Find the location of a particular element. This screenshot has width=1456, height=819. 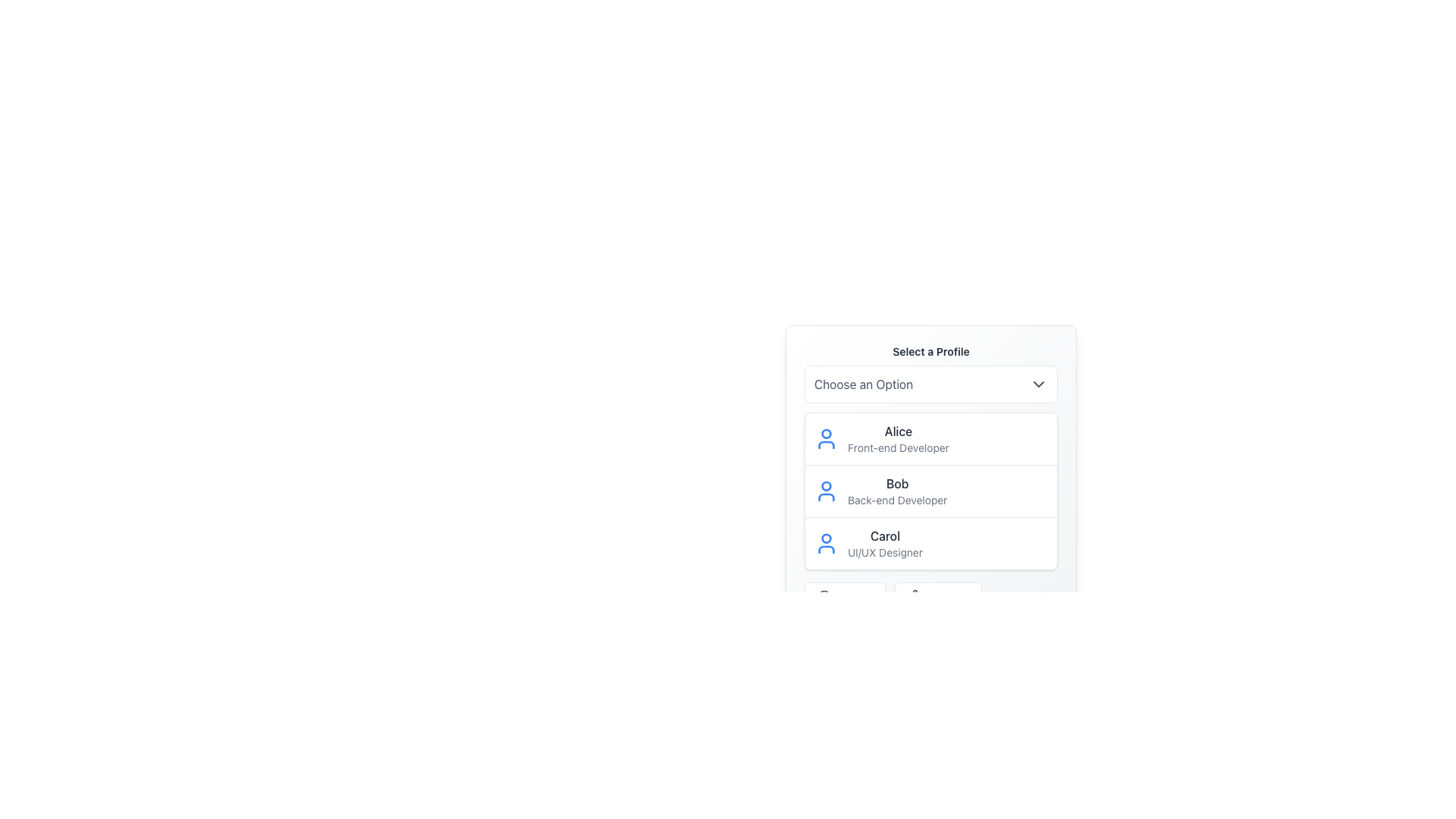

the list item for 'Bob - Back-end Developer' in the 'Select a Profile' dropdown menu is located at coordinates (930, 491).